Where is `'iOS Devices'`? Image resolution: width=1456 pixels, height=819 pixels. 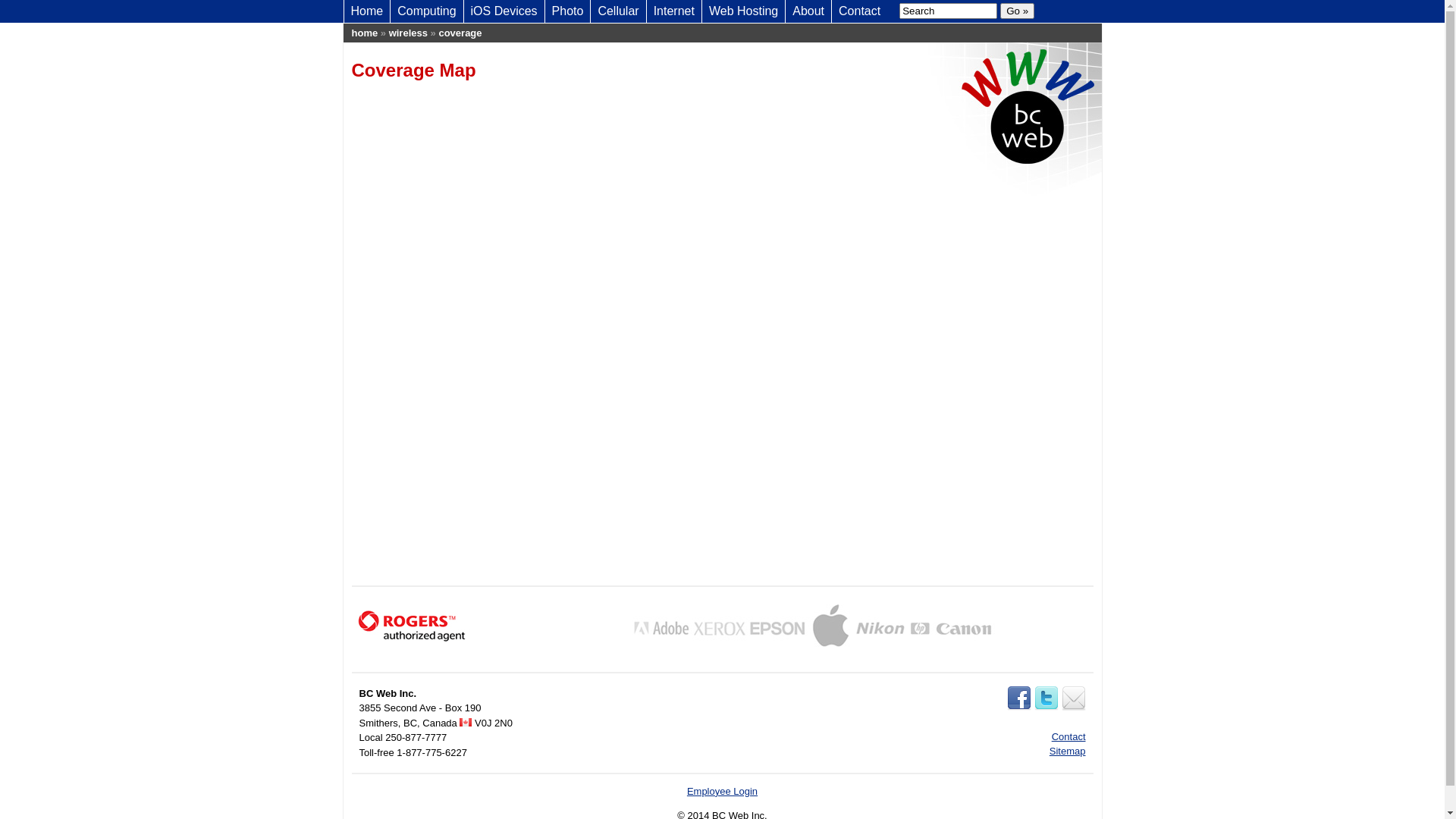 'iOS Devices' is located at coordinates (504, 11).